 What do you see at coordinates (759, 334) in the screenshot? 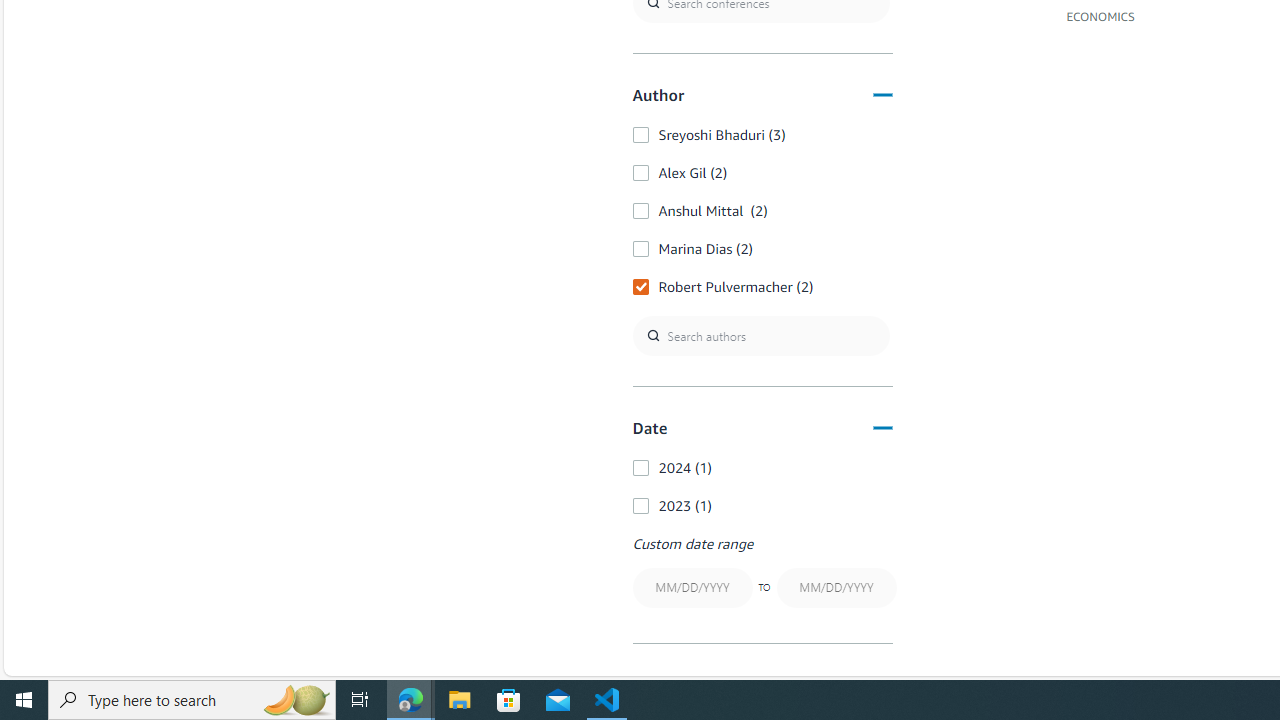
I see `'Search authors'` at bounding box center [759, 334].